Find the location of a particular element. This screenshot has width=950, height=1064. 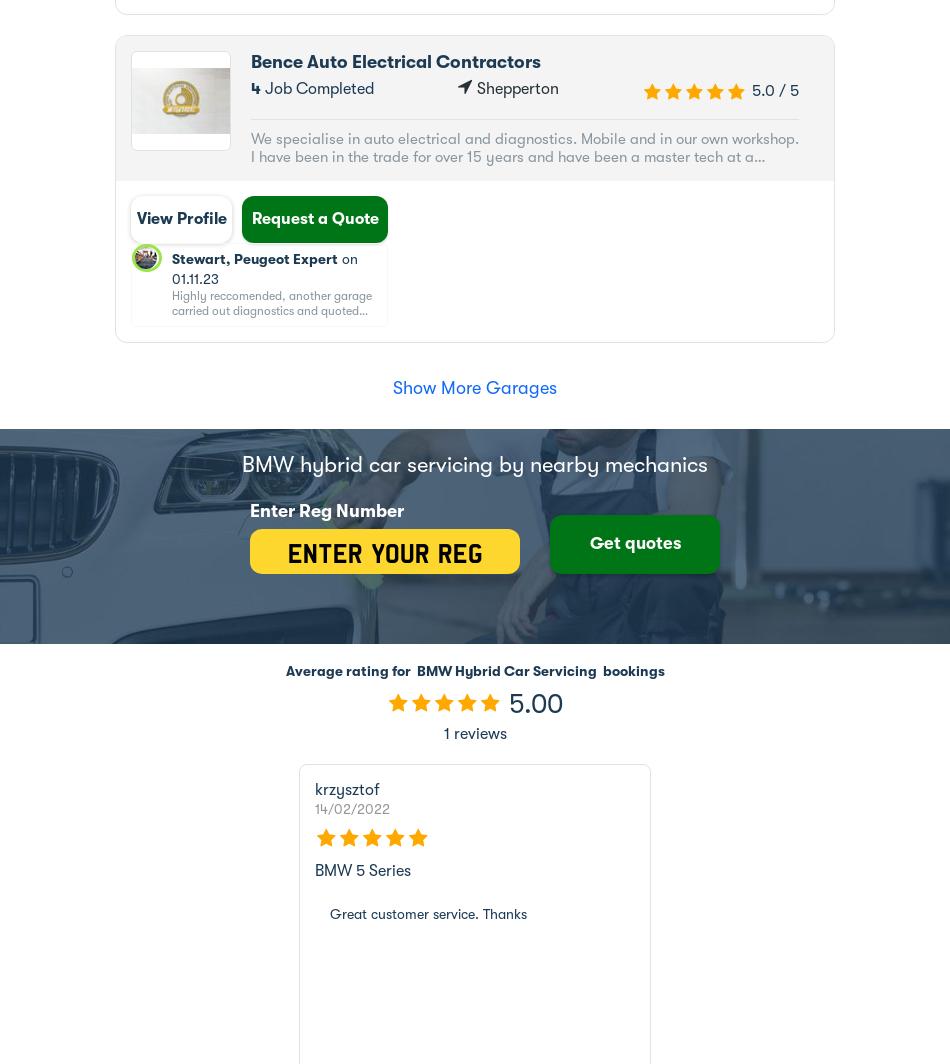

'BMW hybrid car servicing by nearby mechanics' is located at coordinates (475, 464).